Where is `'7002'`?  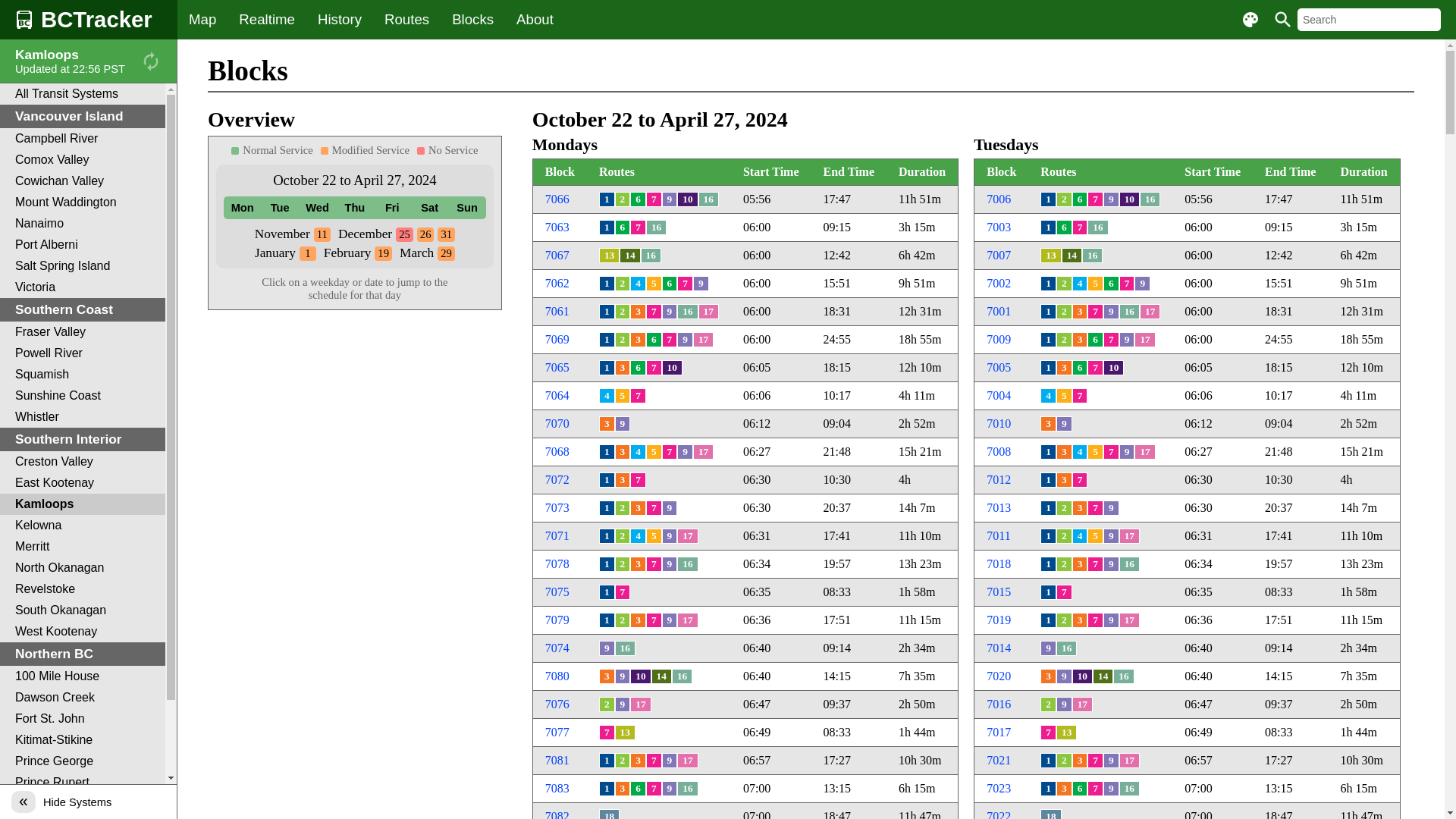 '7002' is located at coordinates (998, 283).